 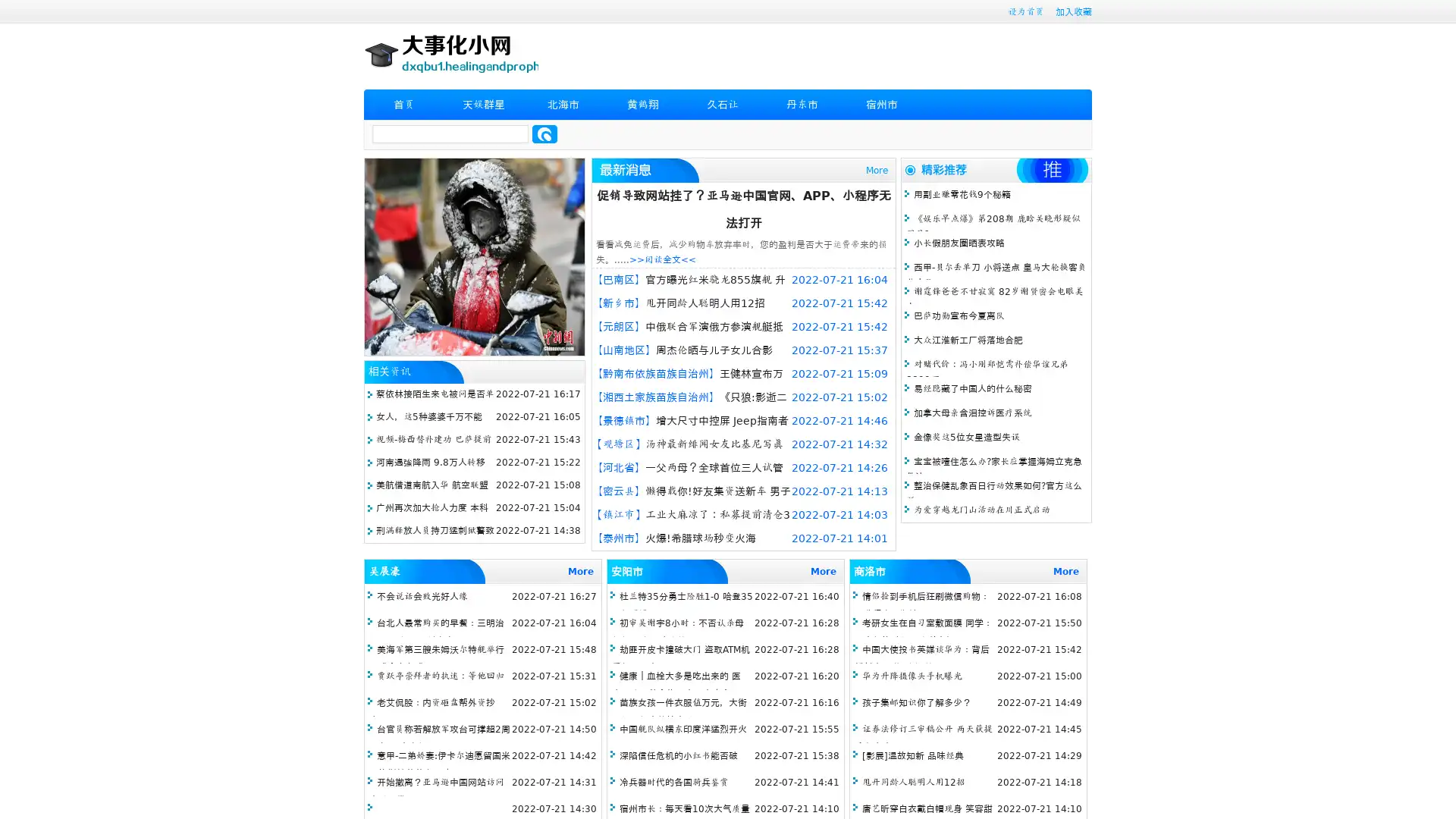 I want to click on Search, so click(x=544, y=133).